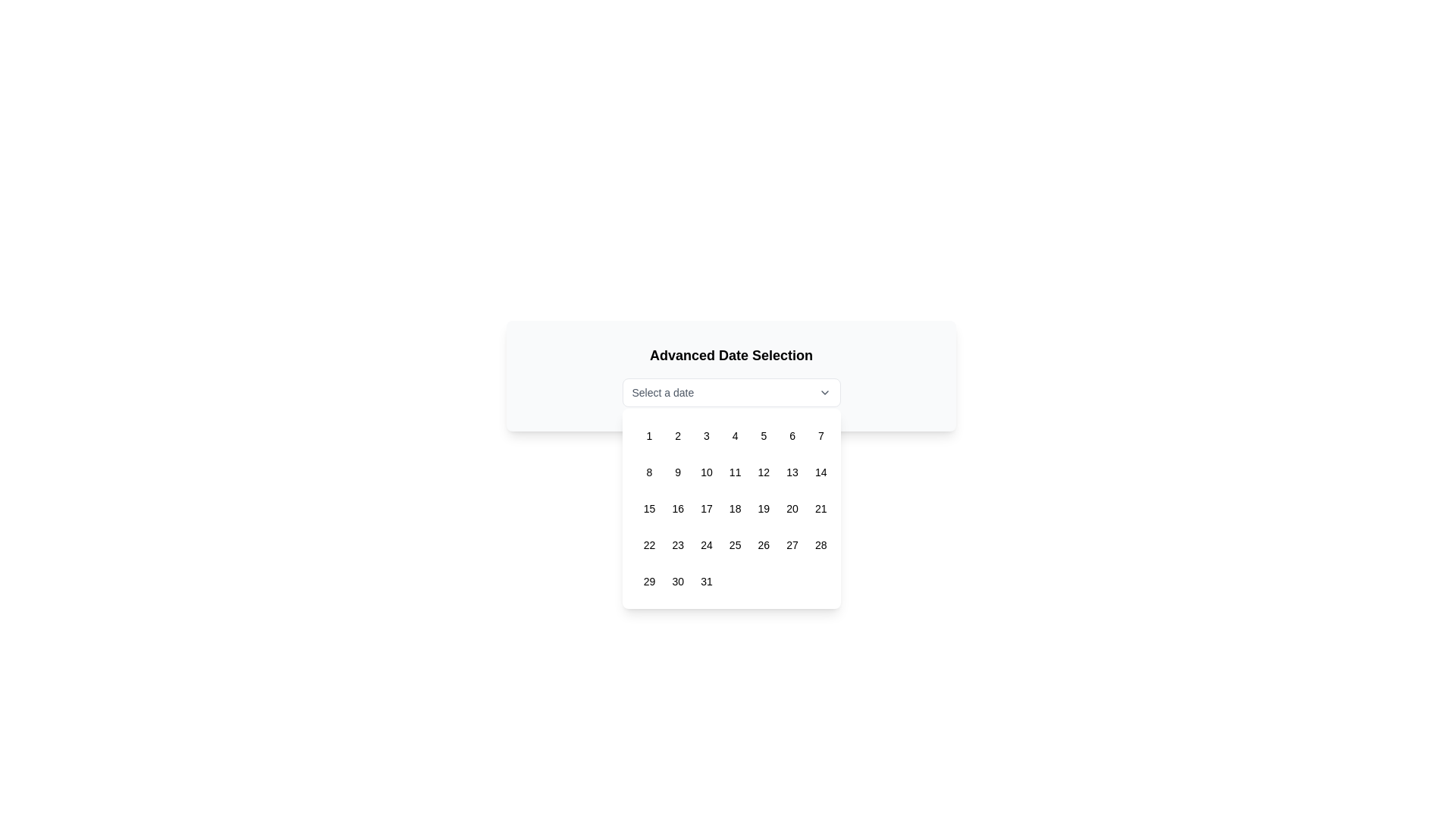  Describe the element at coordinates (649, 544) in the screenshot. I see `the circular button displaying the number '22' for selection confirmation` at that location.